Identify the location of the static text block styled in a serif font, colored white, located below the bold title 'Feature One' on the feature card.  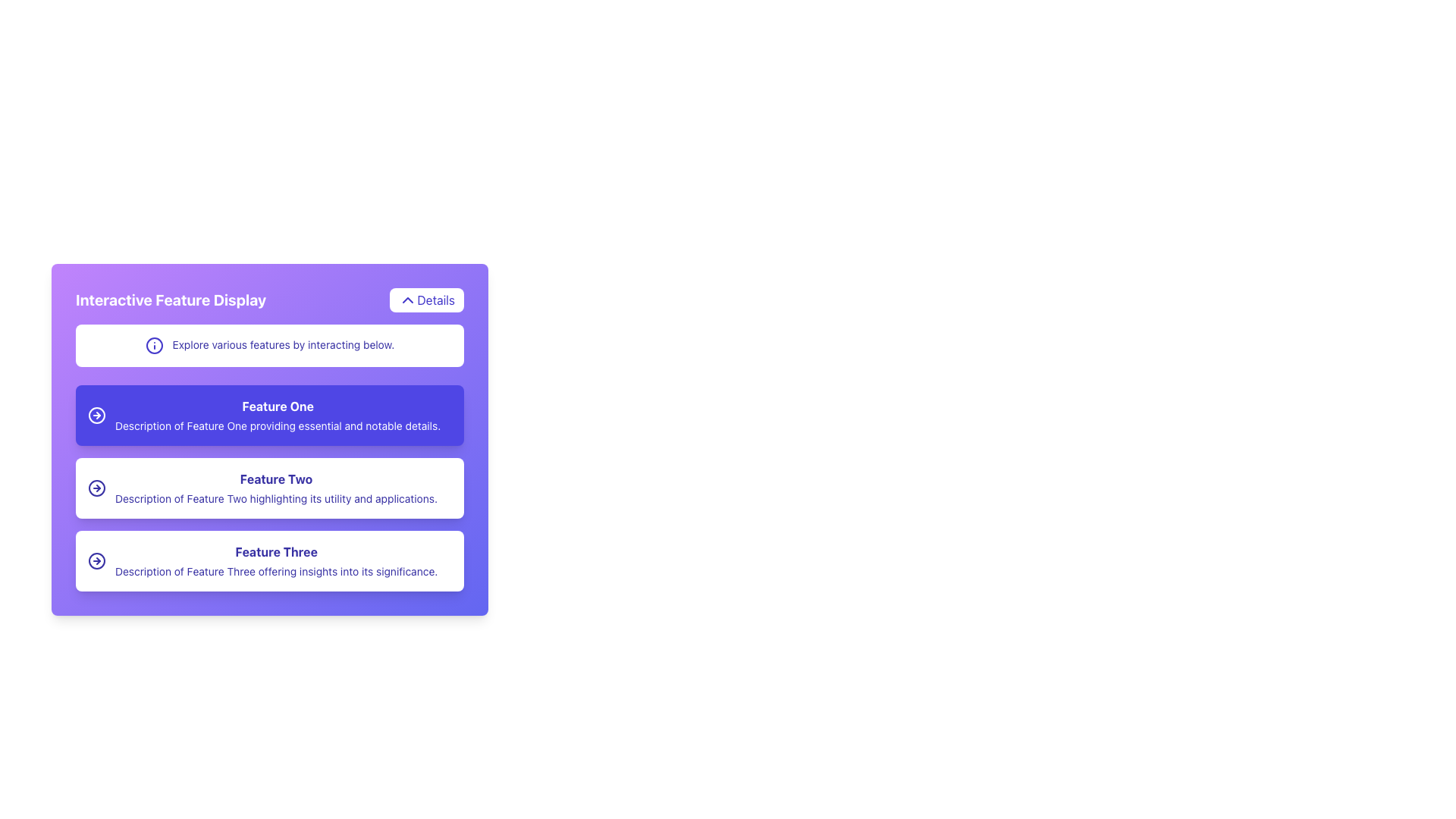
(278, 426).